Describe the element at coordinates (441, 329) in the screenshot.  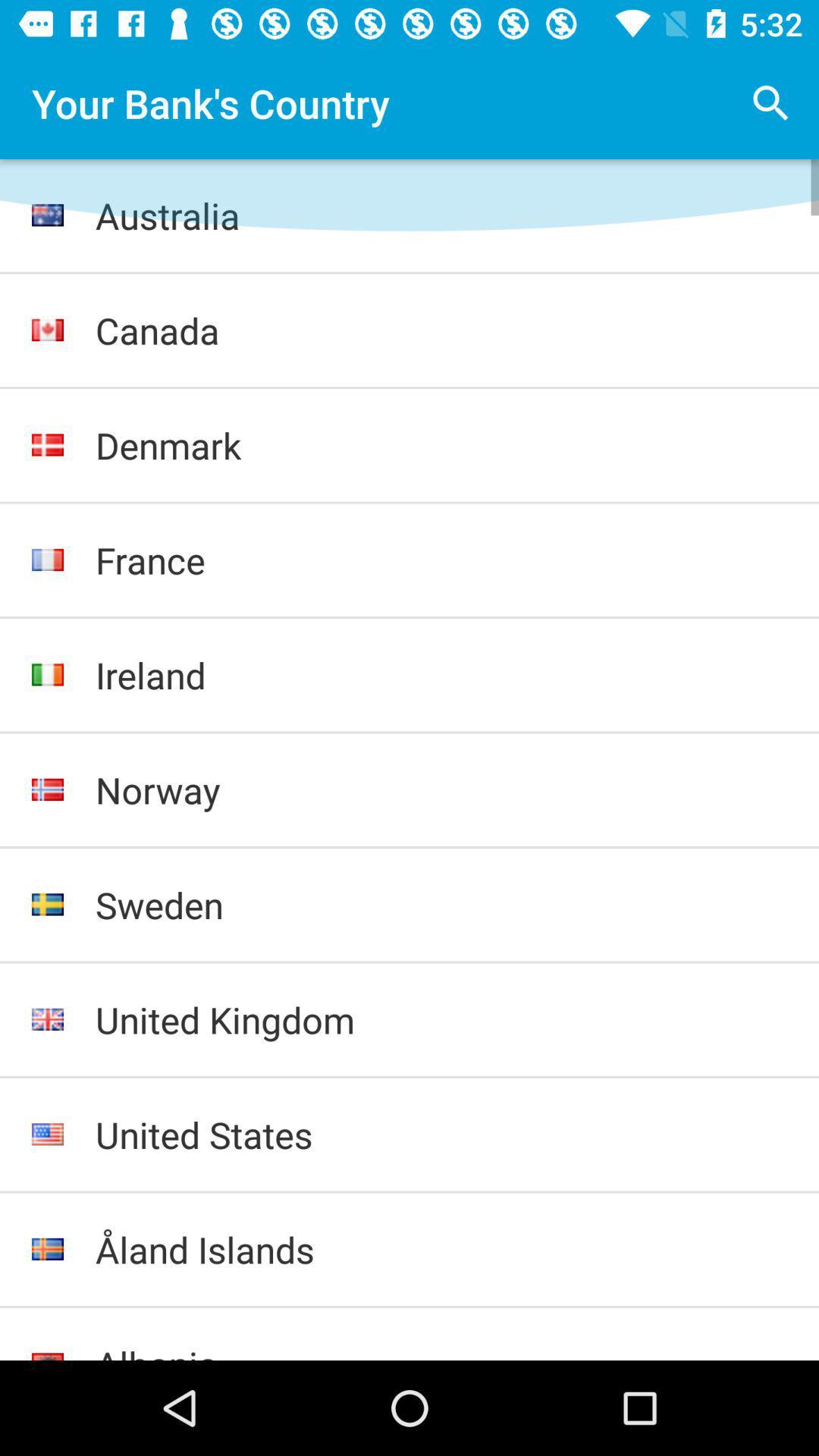
I see `the icon below australia icon` at that location.